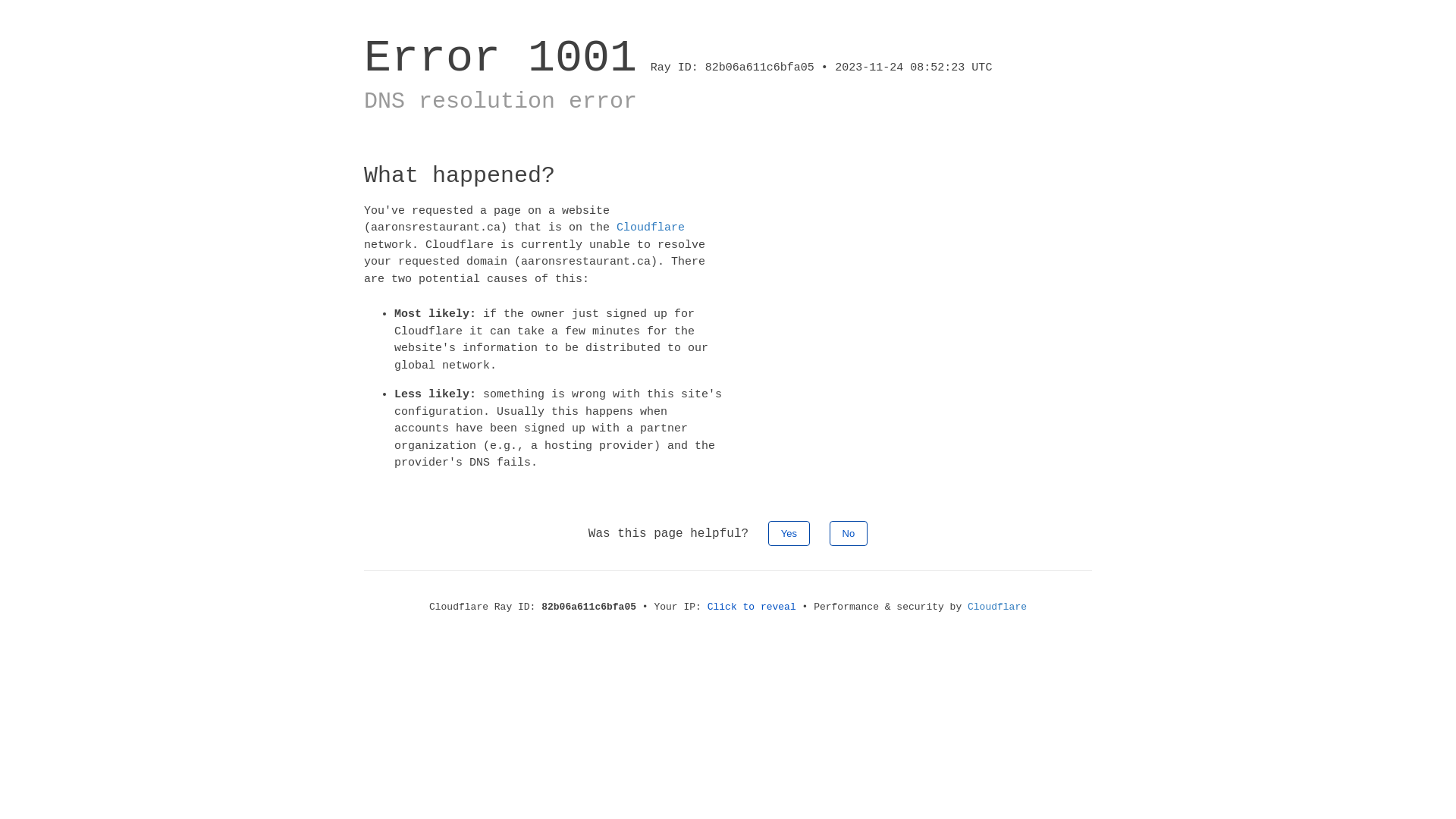 The width and height of the screenshot is (1456, 819). Describe the element at coordinates (848, 532) in the screenshot. I see `'No'` at that location.